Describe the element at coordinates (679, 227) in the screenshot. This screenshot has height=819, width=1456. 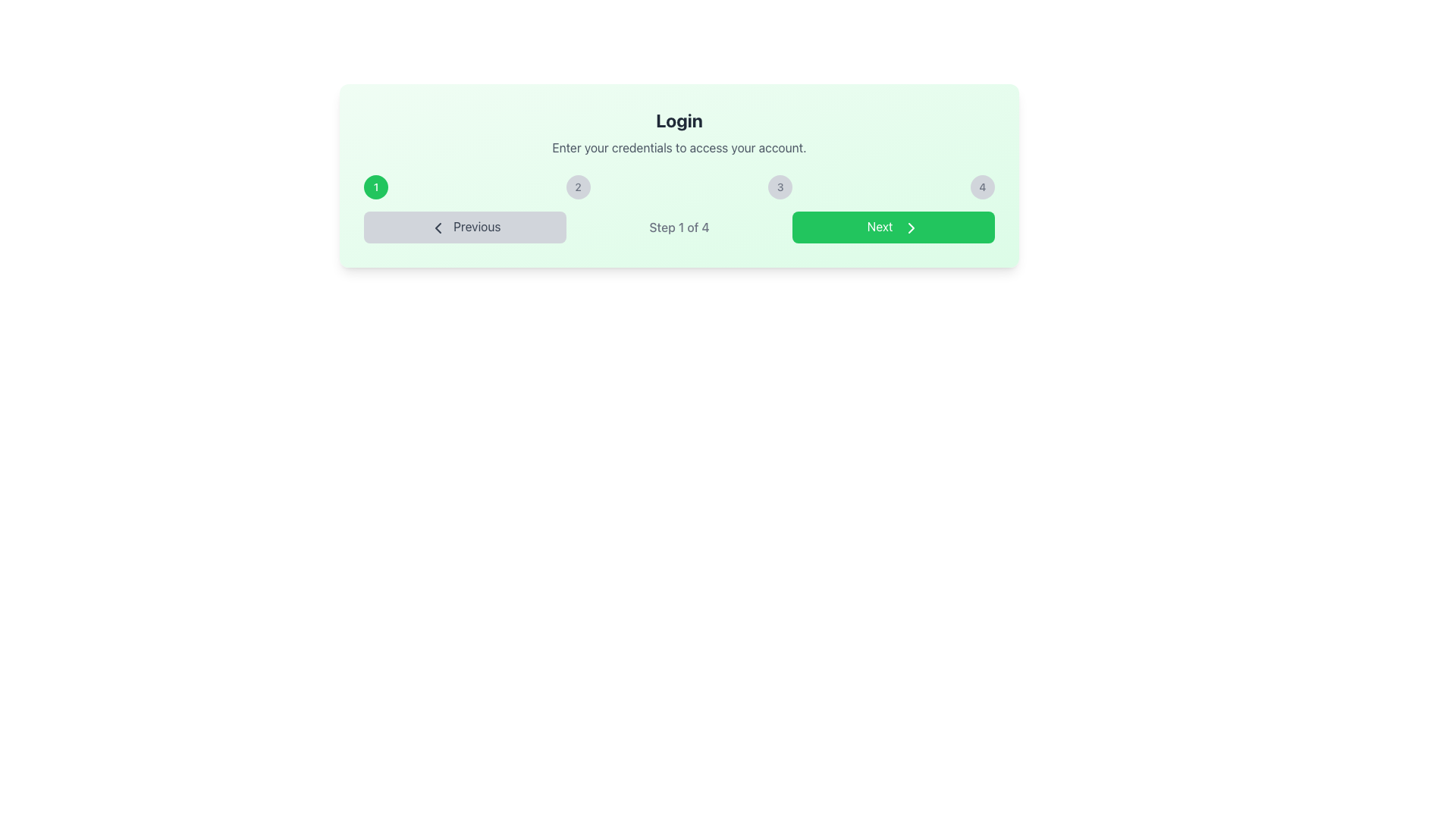
I see `the Text Label that displays the current progress in the multi-step process, located centrally in the navigation bar between the 'Previous' and 'Next' buttons` at that location.